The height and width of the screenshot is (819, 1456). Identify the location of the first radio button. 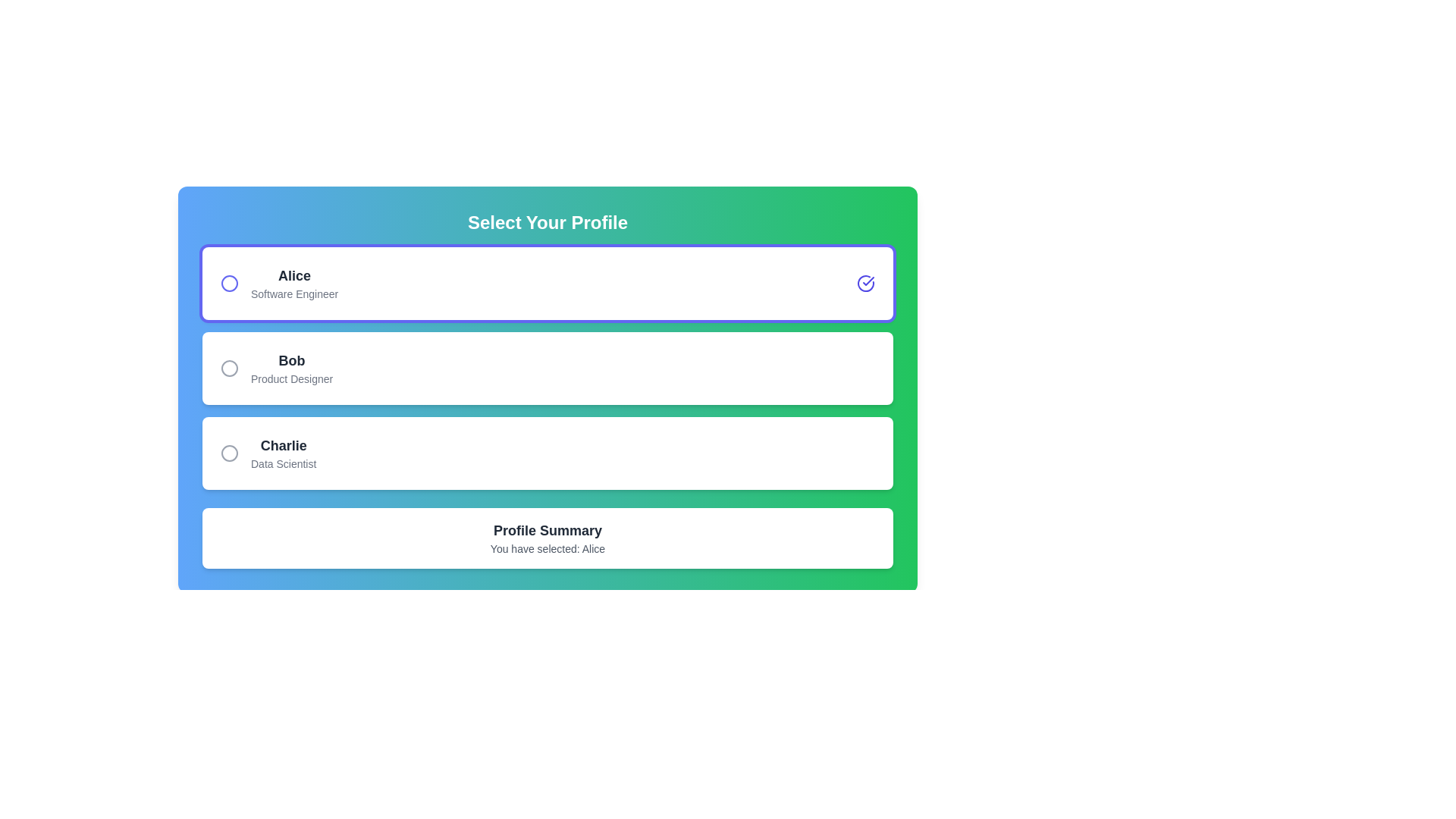
(228, 284).